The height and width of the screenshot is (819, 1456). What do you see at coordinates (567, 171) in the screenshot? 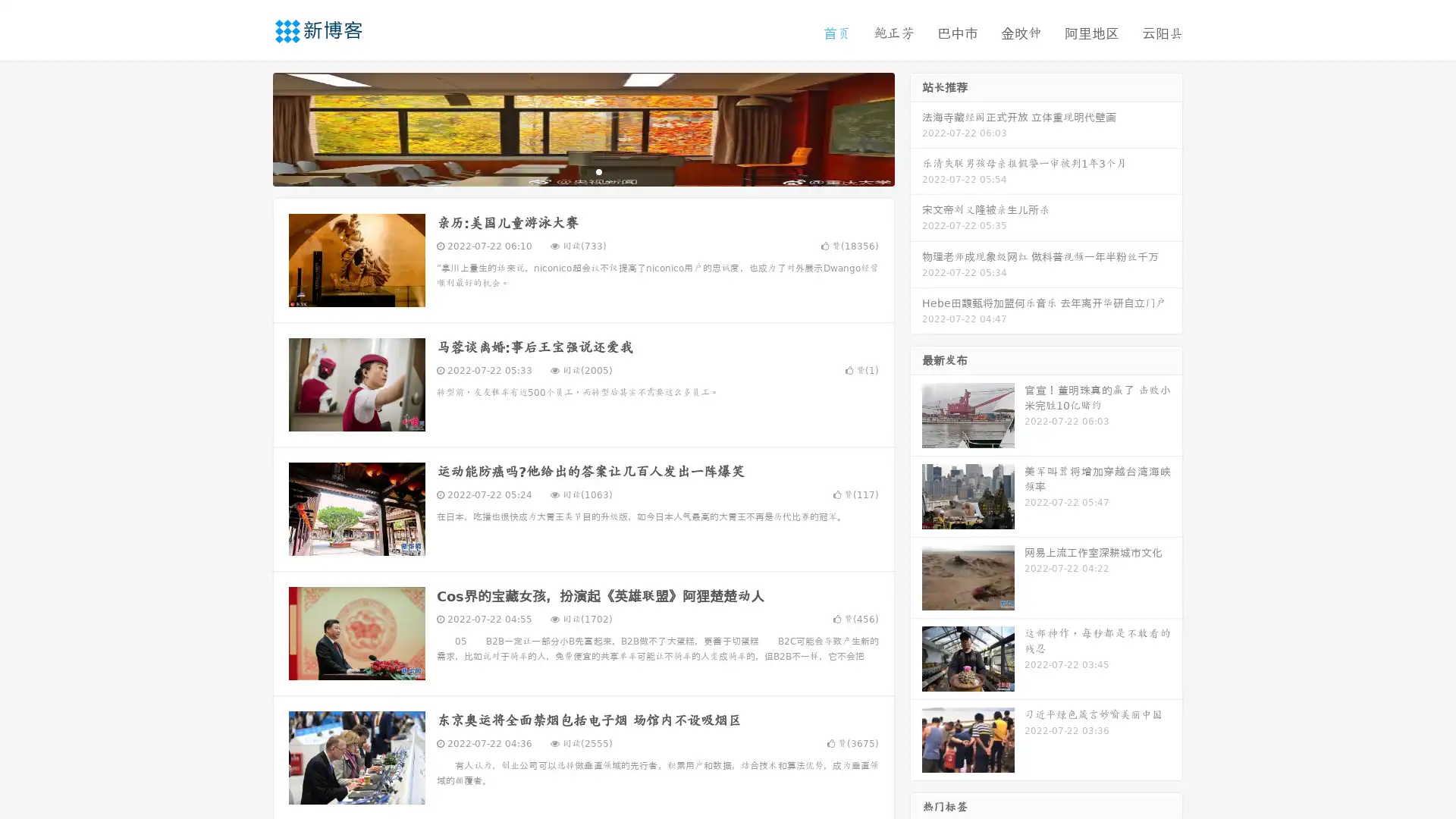
I see `Go to slide 1` at bounding box center [567, 171].